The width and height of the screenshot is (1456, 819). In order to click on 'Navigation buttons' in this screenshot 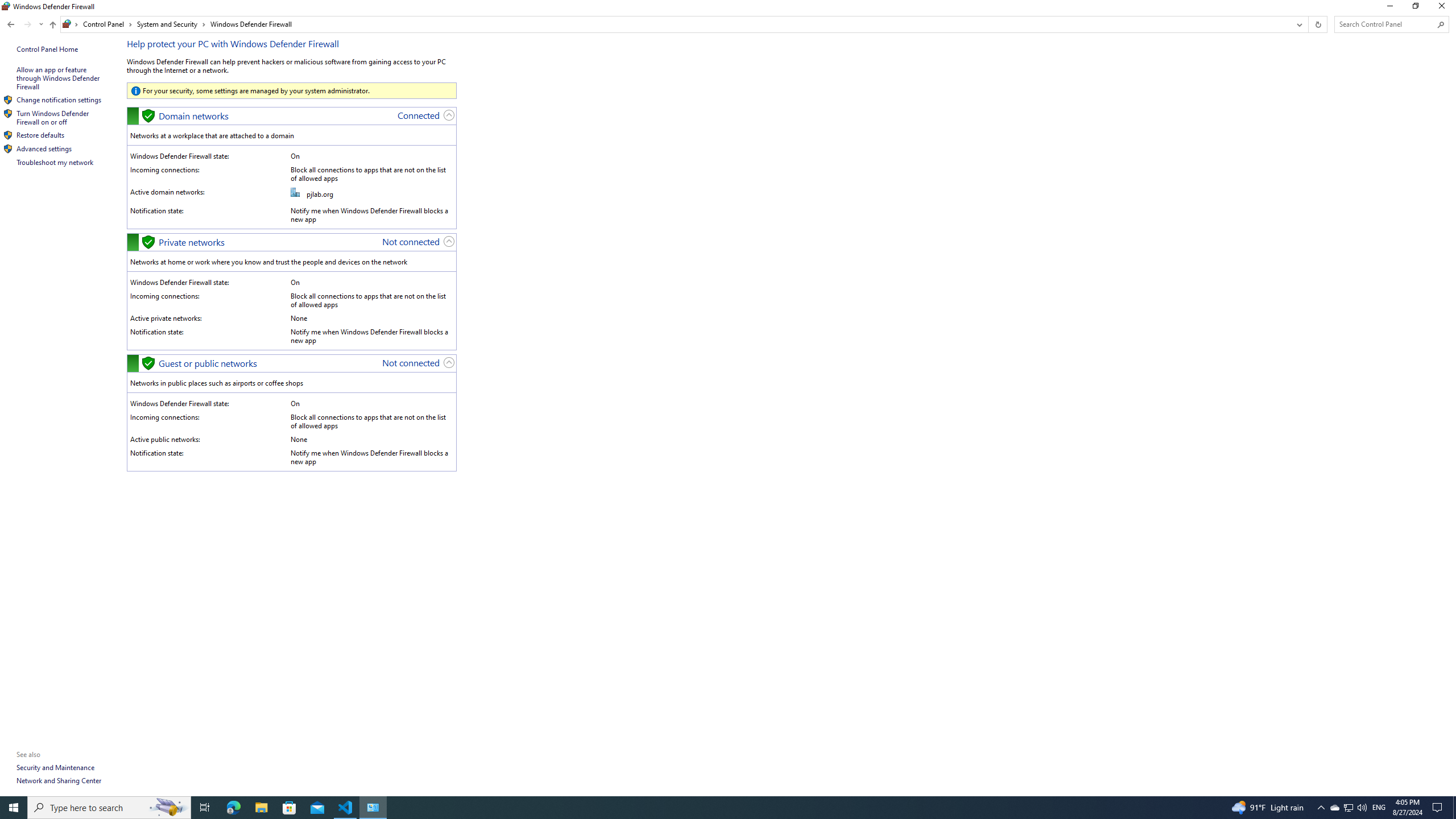, I will do `click(24, 24)`.